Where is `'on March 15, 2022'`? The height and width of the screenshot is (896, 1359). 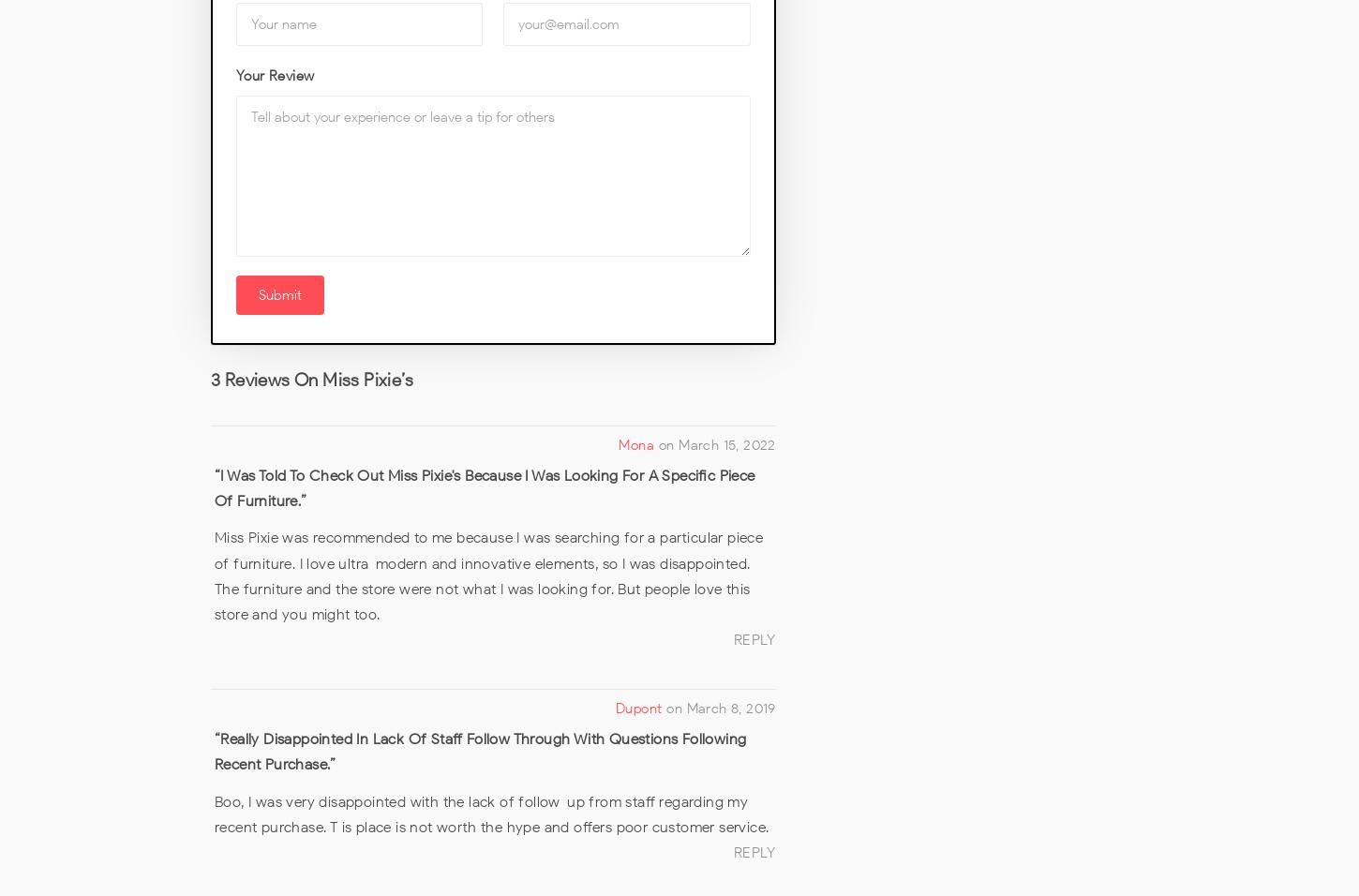
'on March 15, 2022' is located at coordinates (717, 443).